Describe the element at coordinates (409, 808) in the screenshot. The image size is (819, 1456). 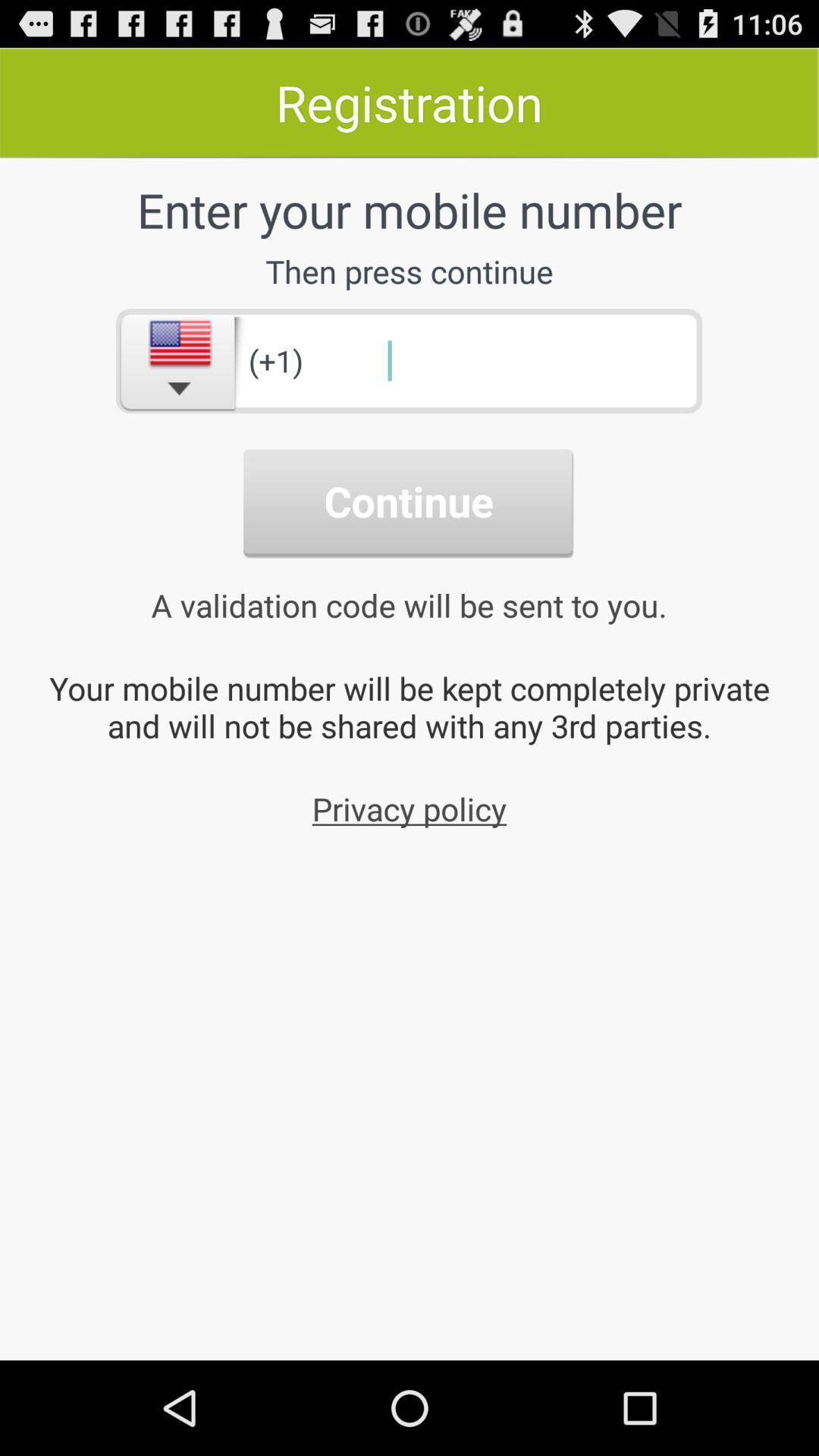
I see `the privacy policy icon` at that location.